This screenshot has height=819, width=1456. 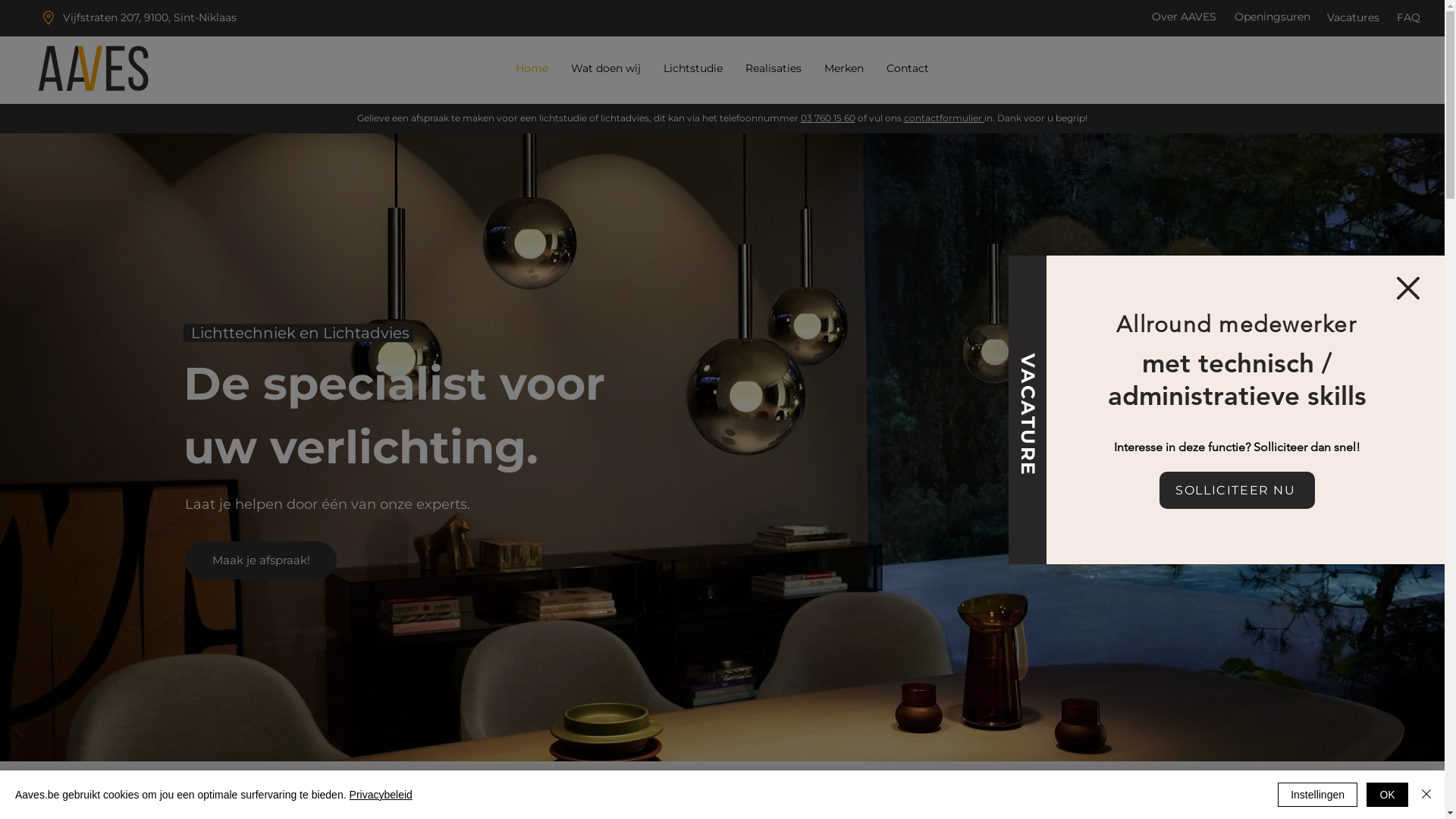 What do you see at coordinates (907, 68) in the screenshot?
I see `'Contact'` at bounding box center [907, 68].